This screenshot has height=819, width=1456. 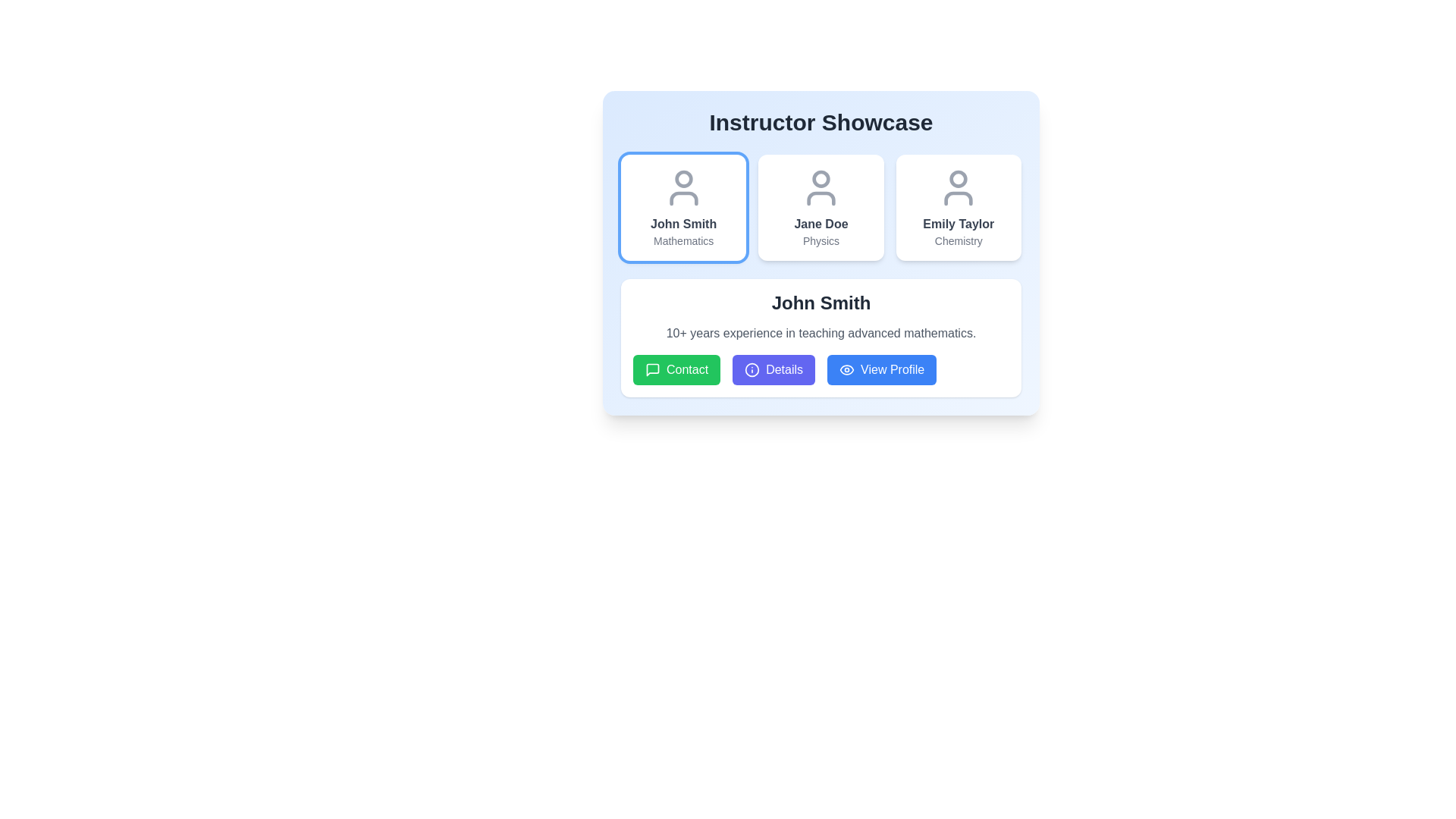 What do you see at coordinates (676, 370) in the screenshot?
I see `the first button located directly below the 'John Smith' section in the 'Instructor Showcase' panel to initiate contact with the profile owner` at bounding box center [676, 370].